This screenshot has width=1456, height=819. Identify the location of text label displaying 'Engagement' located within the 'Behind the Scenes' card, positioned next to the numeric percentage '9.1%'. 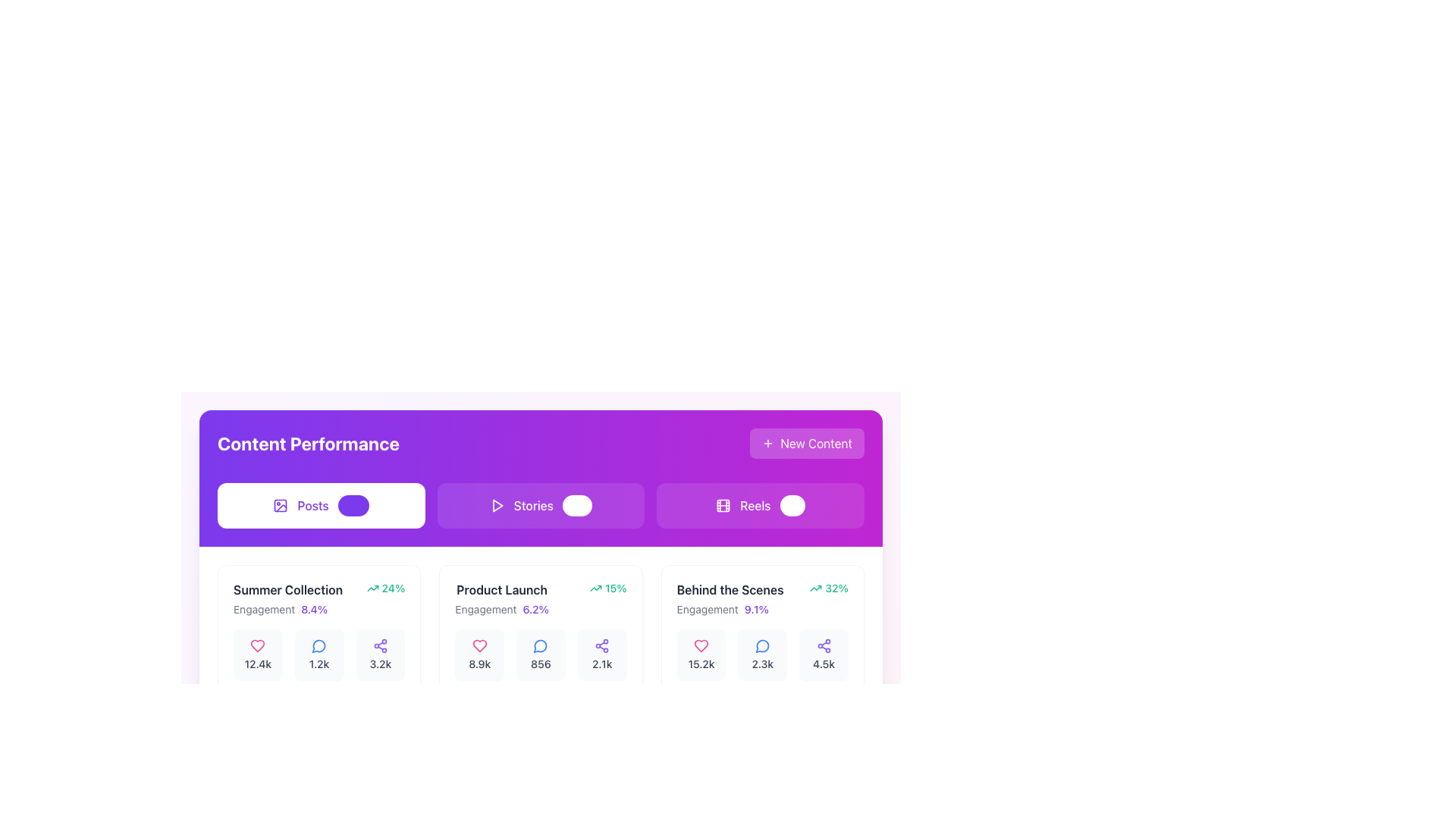
(707, 608).